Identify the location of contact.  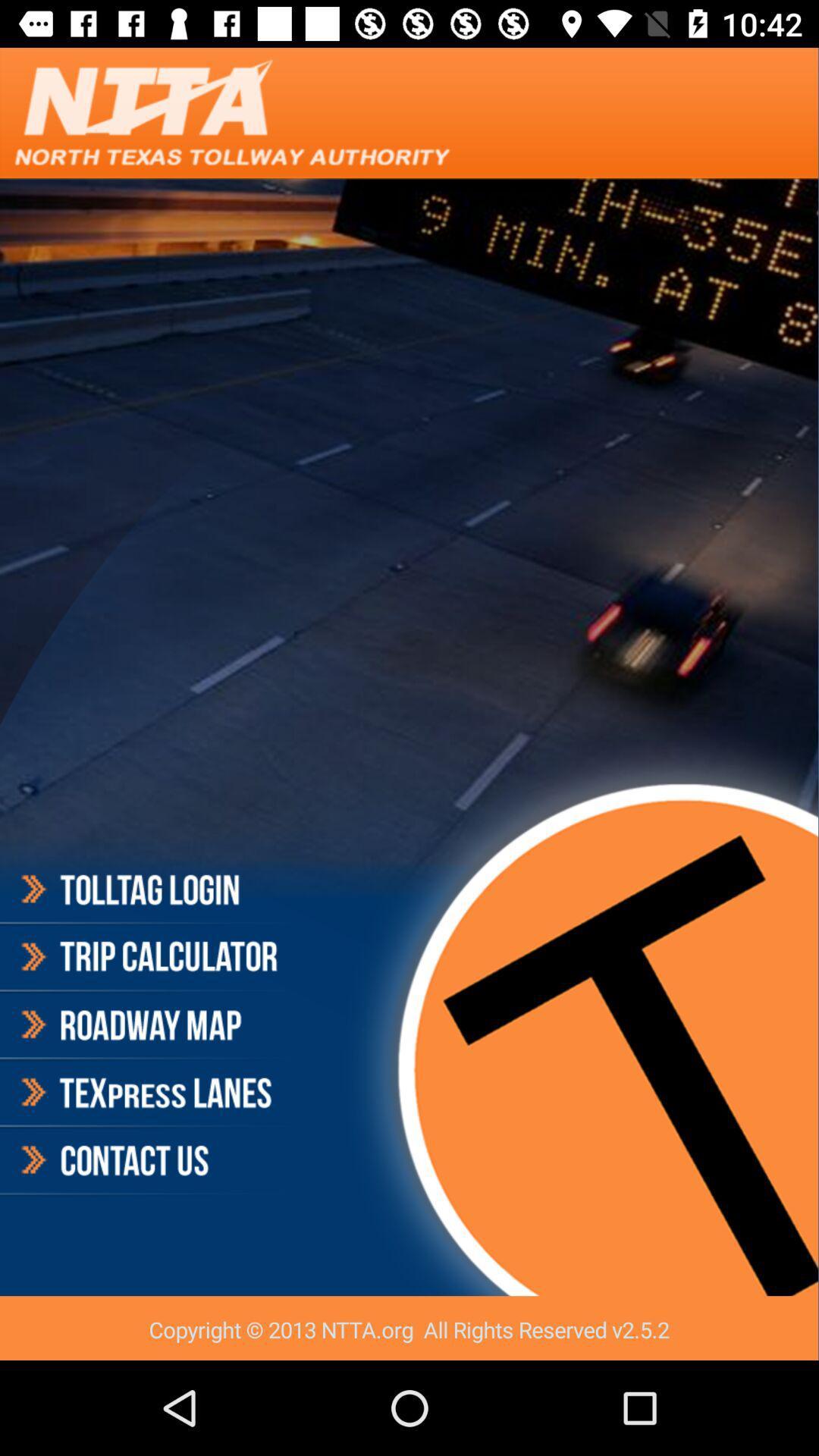
(147, 1159).